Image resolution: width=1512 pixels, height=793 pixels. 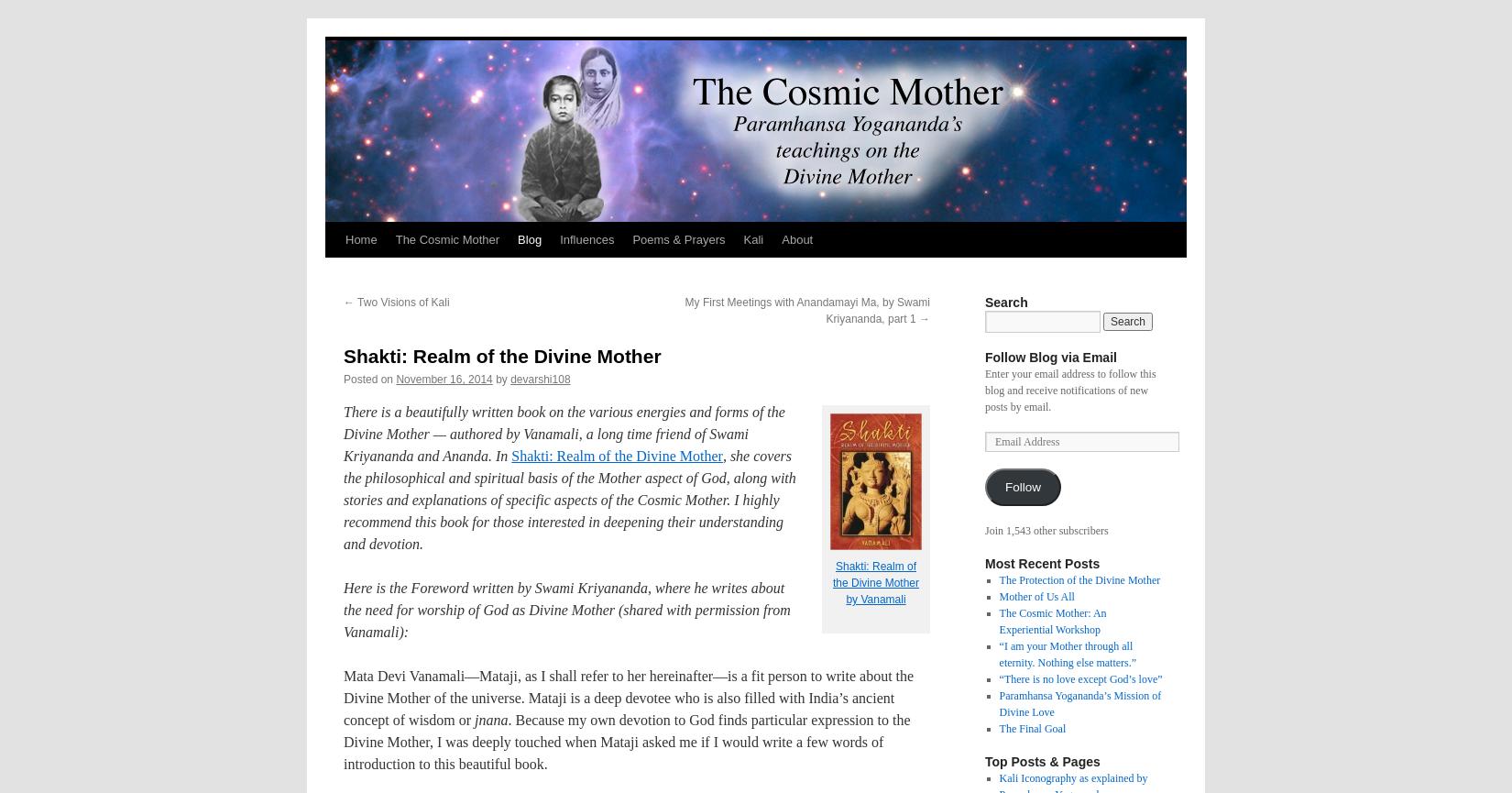 What do you see at coordinates (499, 379) in the screenshot?
I see `'by'` at bounding box center [499, 379].